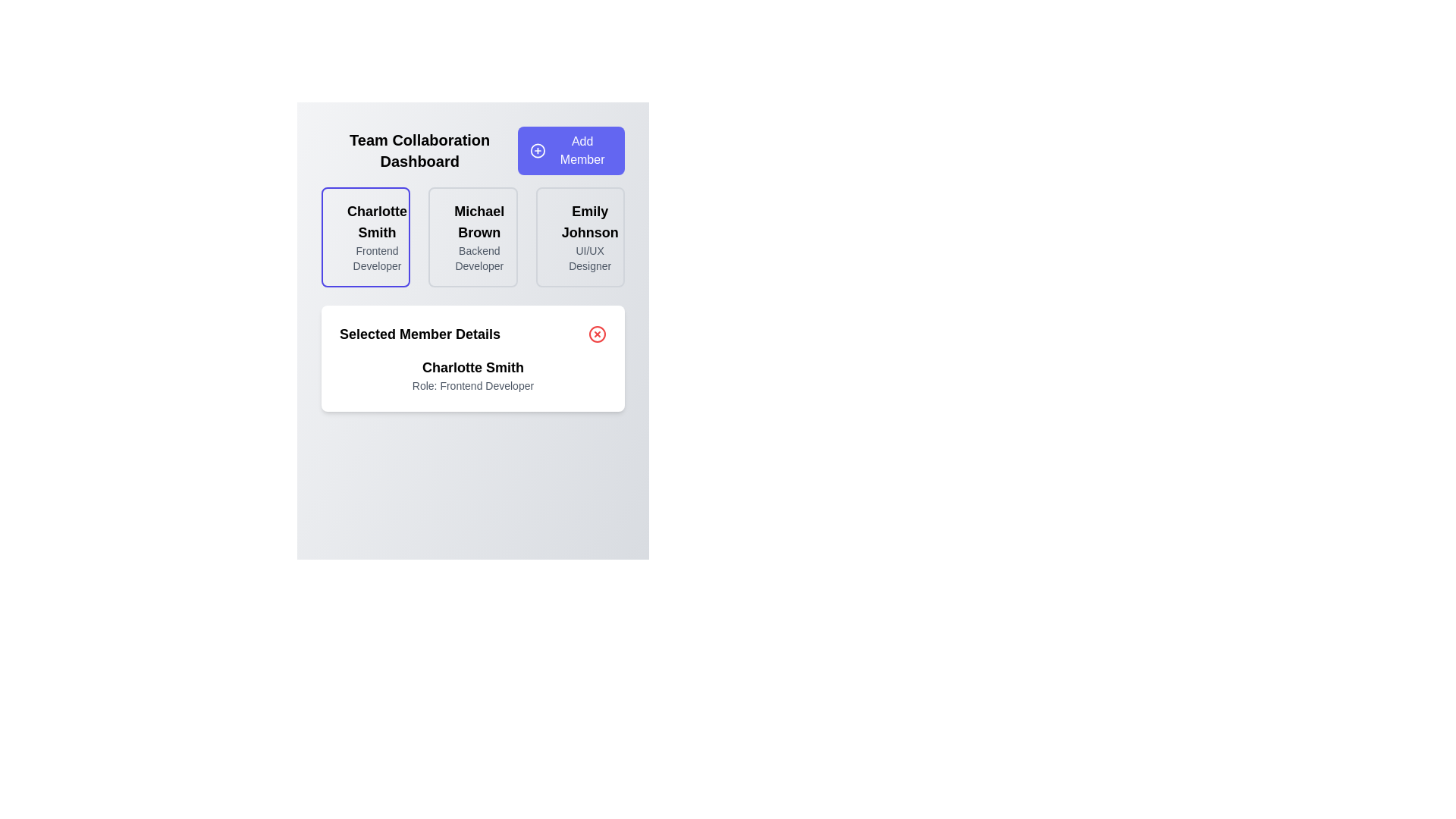  What do you see at coordinates (419, 151) in the screenshot?
I see `the Text label at the top-left corner of the interface, which serves as the title or header for the dashboard` at bounding box center [419, 151].